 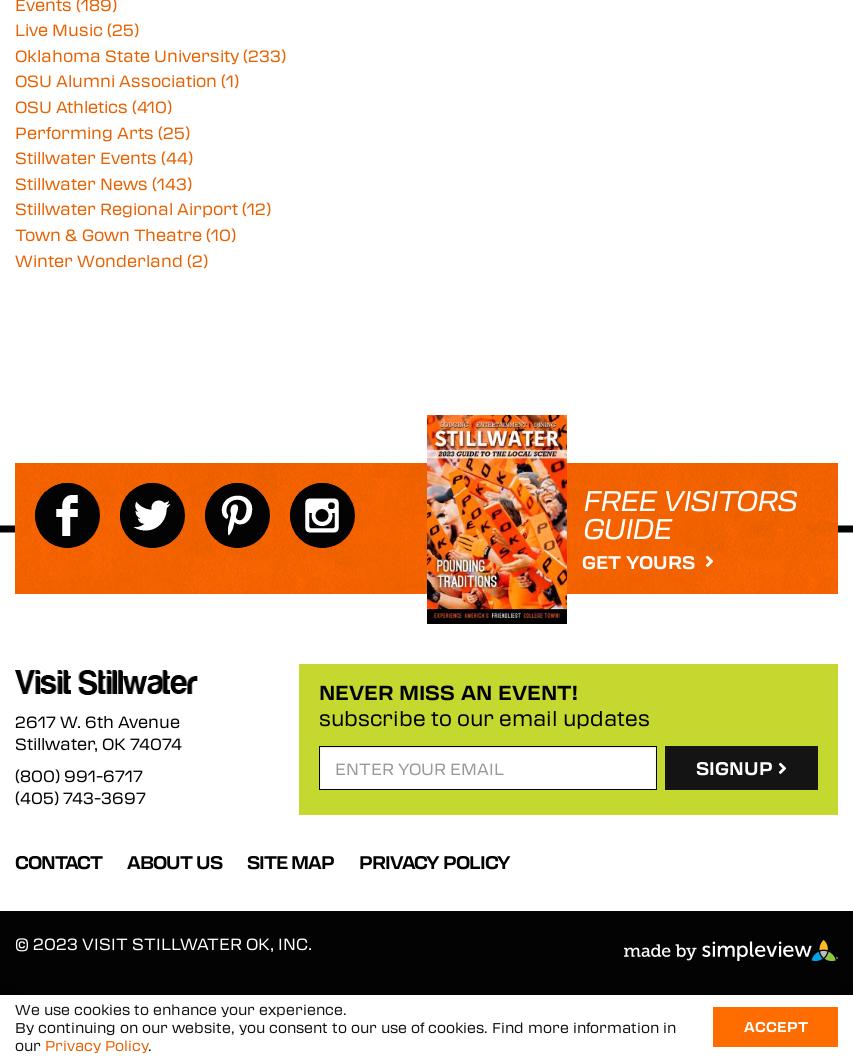 I want to click on 'Live Music', so click(x=14, y=29).